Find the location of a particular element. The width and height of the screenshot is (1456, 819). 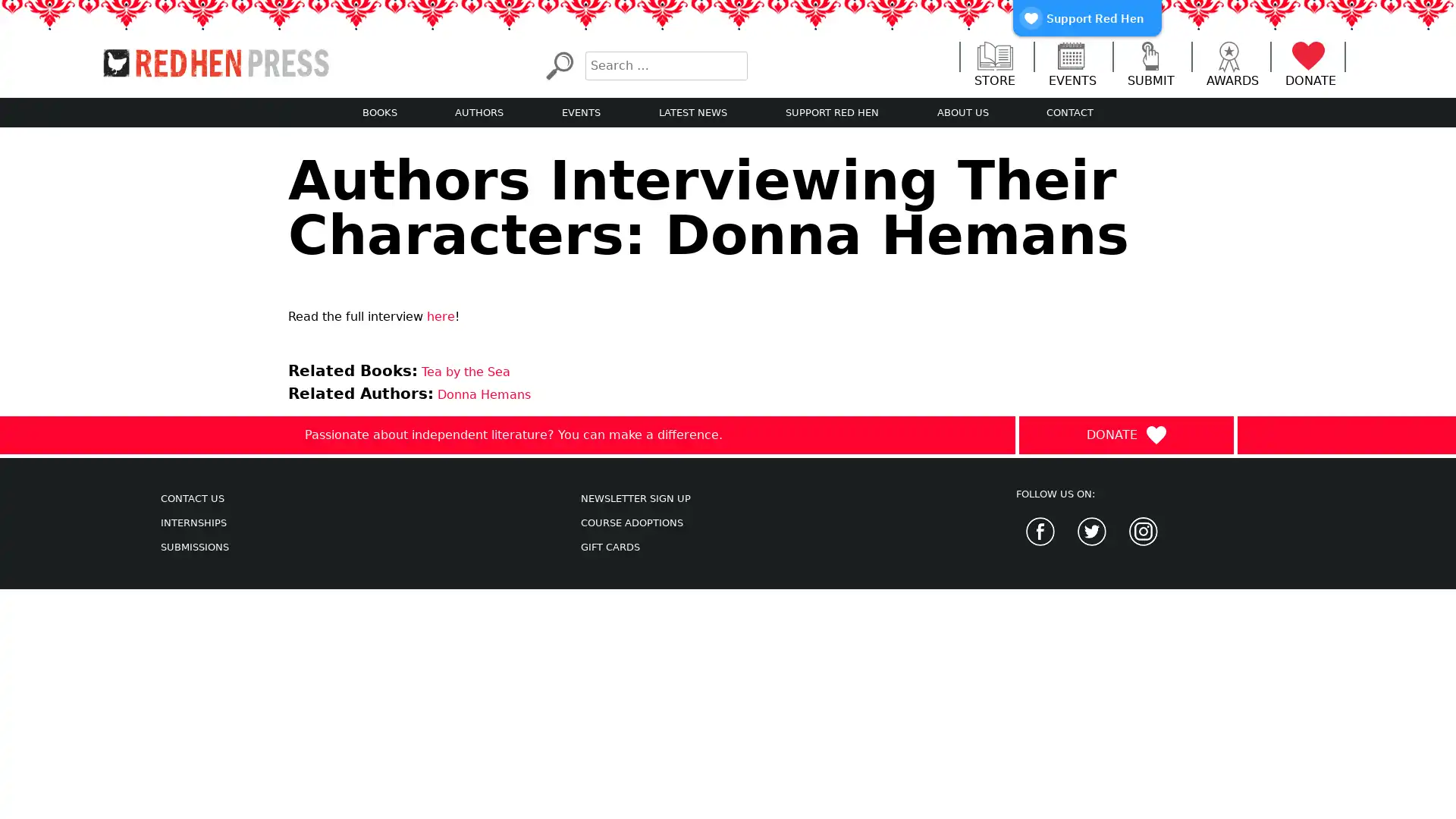

search icon is located at coordinates (558, 64).